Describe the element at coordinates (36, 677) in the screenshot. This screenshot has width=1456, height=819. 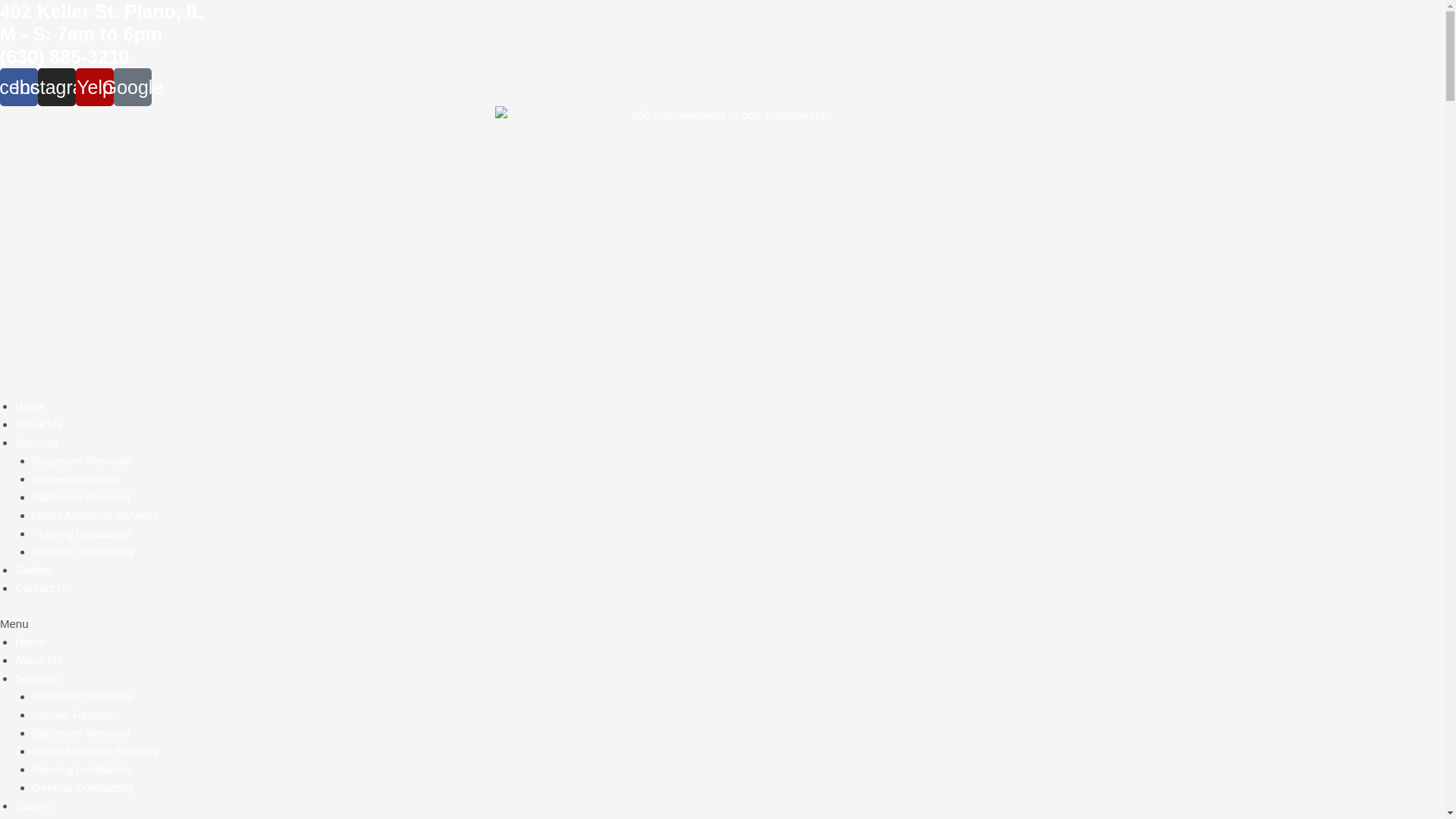
I see `'Services'` at that location.